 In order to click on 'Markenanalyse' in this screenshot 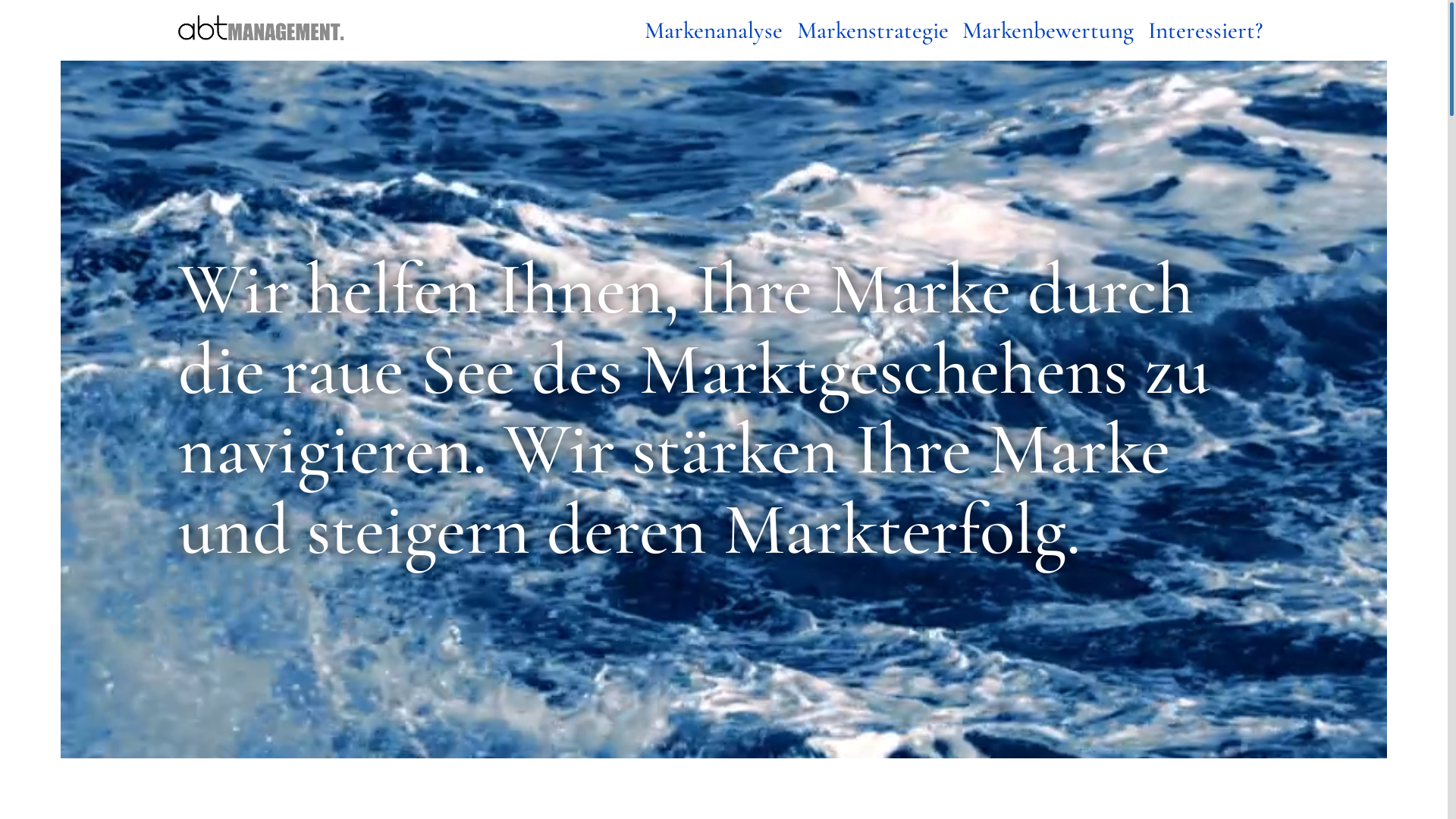, I will do `click(713, 30)`.